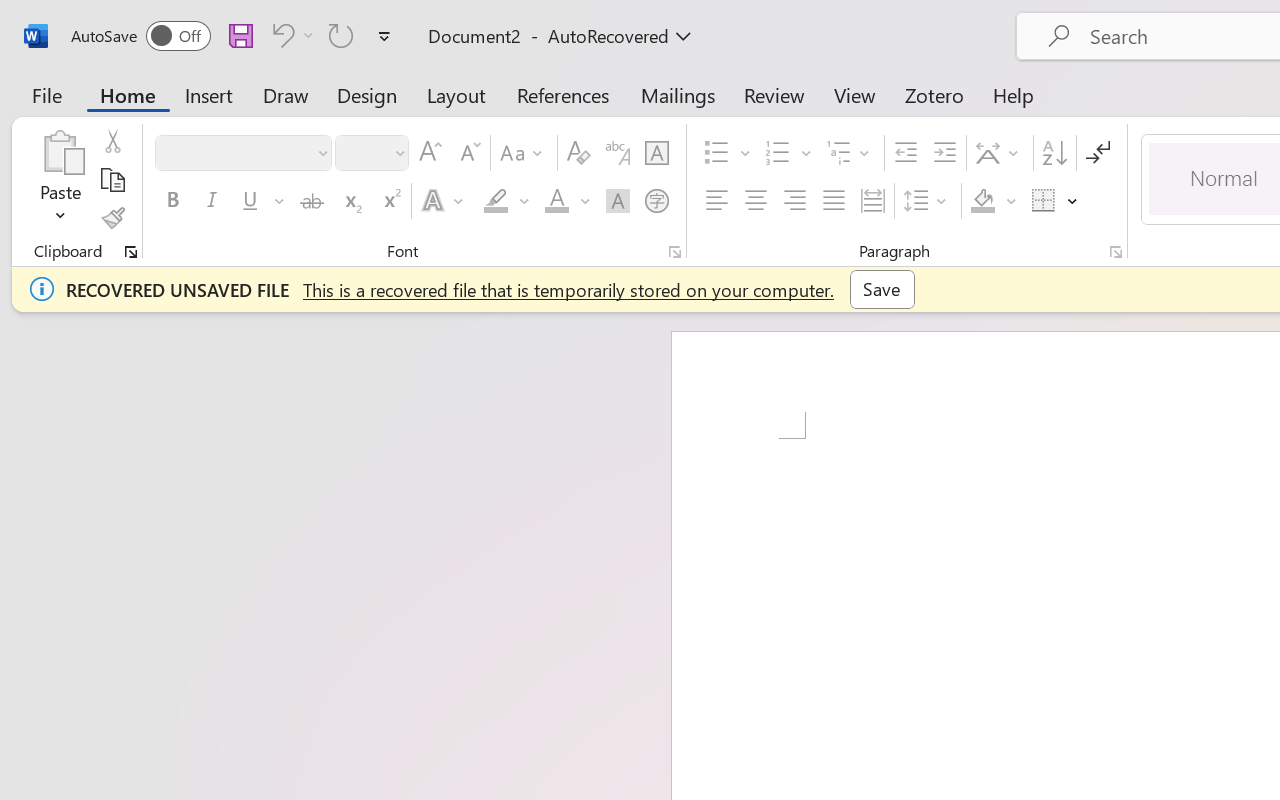  What do you see at coordinates (983, 201) in the screenshot?
I see `'Shading RGB(0, 0, 0)'` at bounding box center [983, 201].